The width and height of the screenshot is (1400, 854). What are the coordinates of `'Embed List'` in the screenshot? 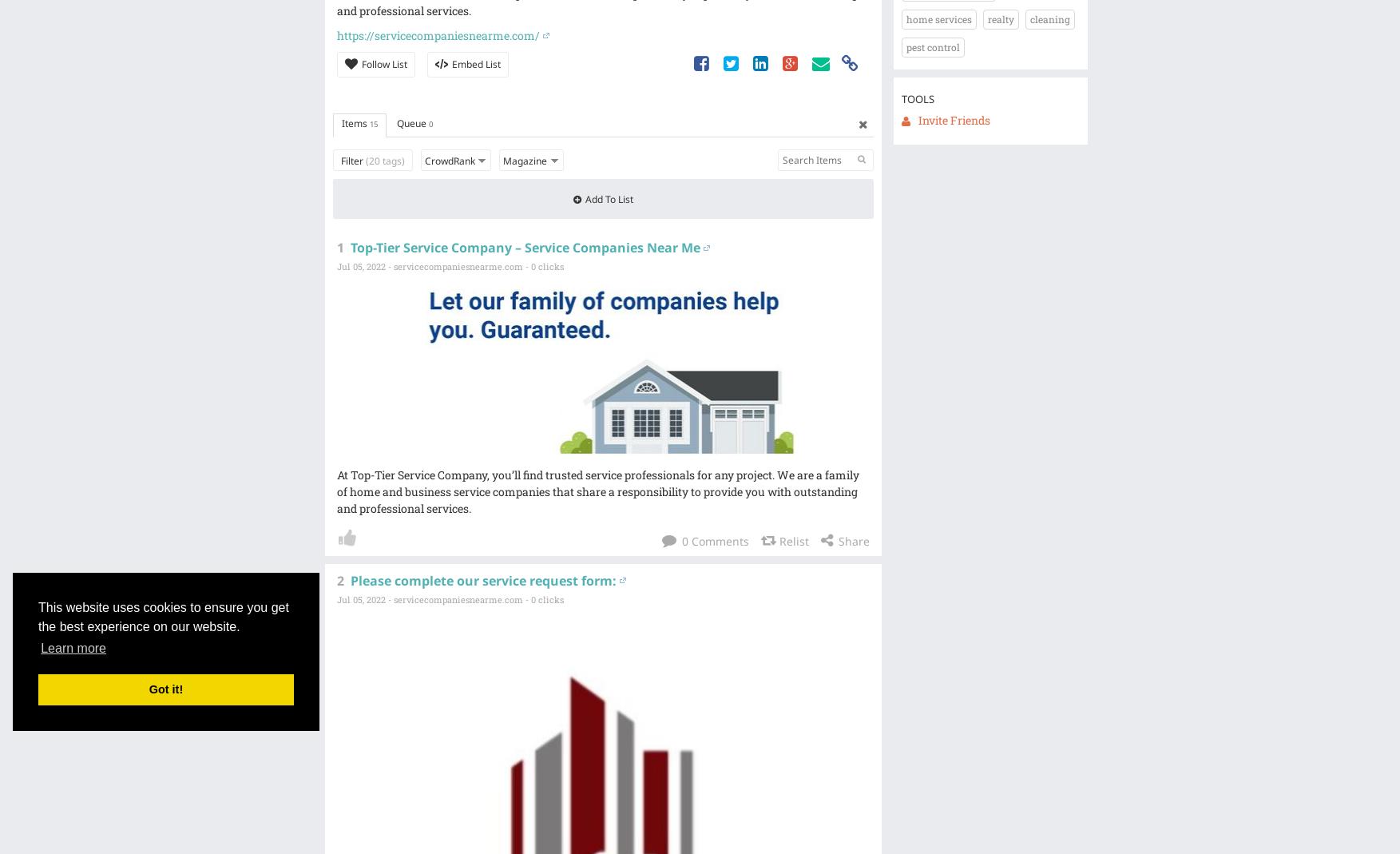 It's located at (450, 63).